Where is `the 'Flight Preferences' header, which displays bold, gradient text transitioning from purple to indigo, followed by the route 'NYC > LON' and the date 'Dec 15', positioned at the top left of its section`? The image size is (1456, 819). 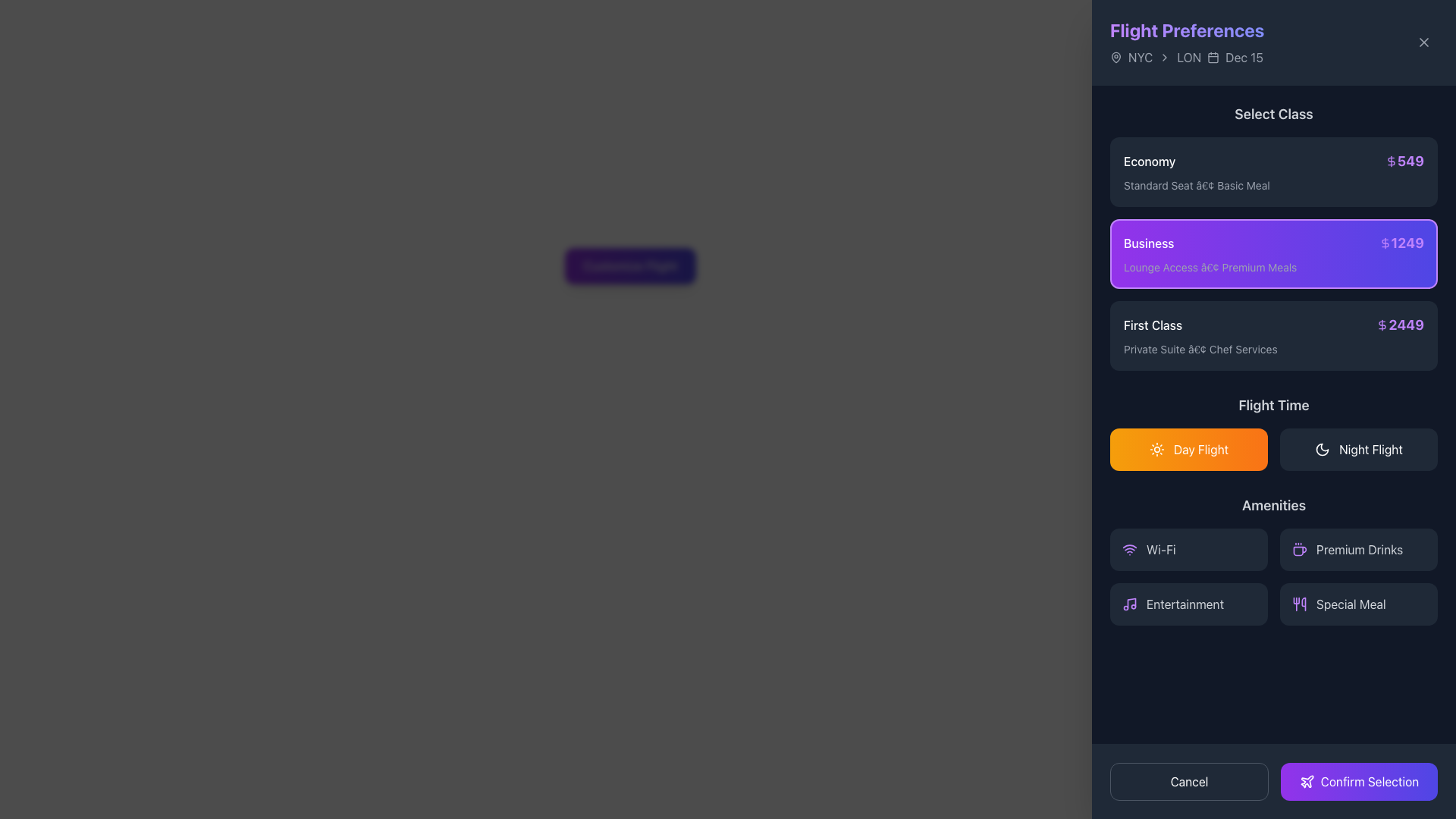
the 'Flight Preferences' header, which displays bold, gradient text transitioning from purple to indigo, followed by the route 'NYC > LON' and the date 'Dec 15', positioned at the top left of its section is located at coordinates (1186, 42).